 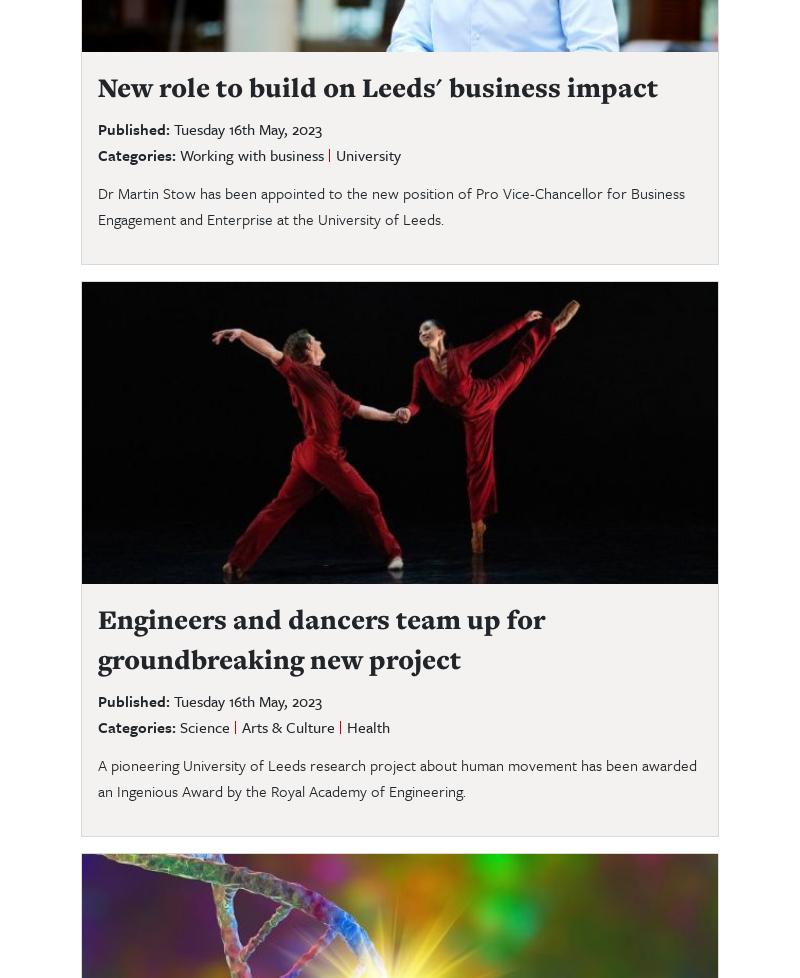 What do you see at coordinates (377, 86) in the screenshot?
I see `'New role to build on Leeds' business impact'` at bounding box center [377, 86].